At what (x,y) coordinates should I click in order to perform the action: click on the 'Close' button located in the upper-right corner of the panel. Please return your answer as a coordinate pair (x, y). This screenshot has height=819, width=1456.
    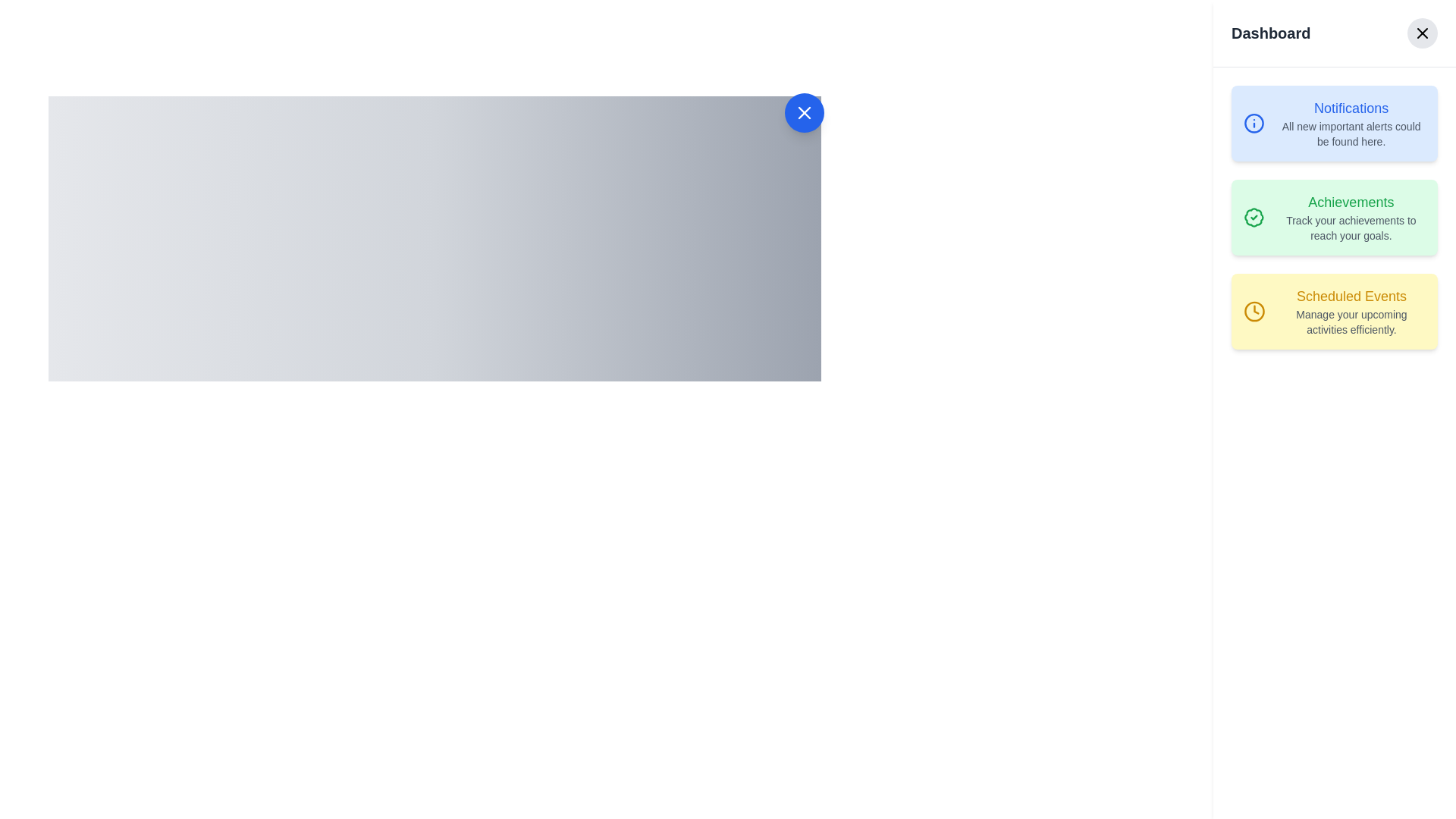
    Looking at the image, I should click on (803, 112).